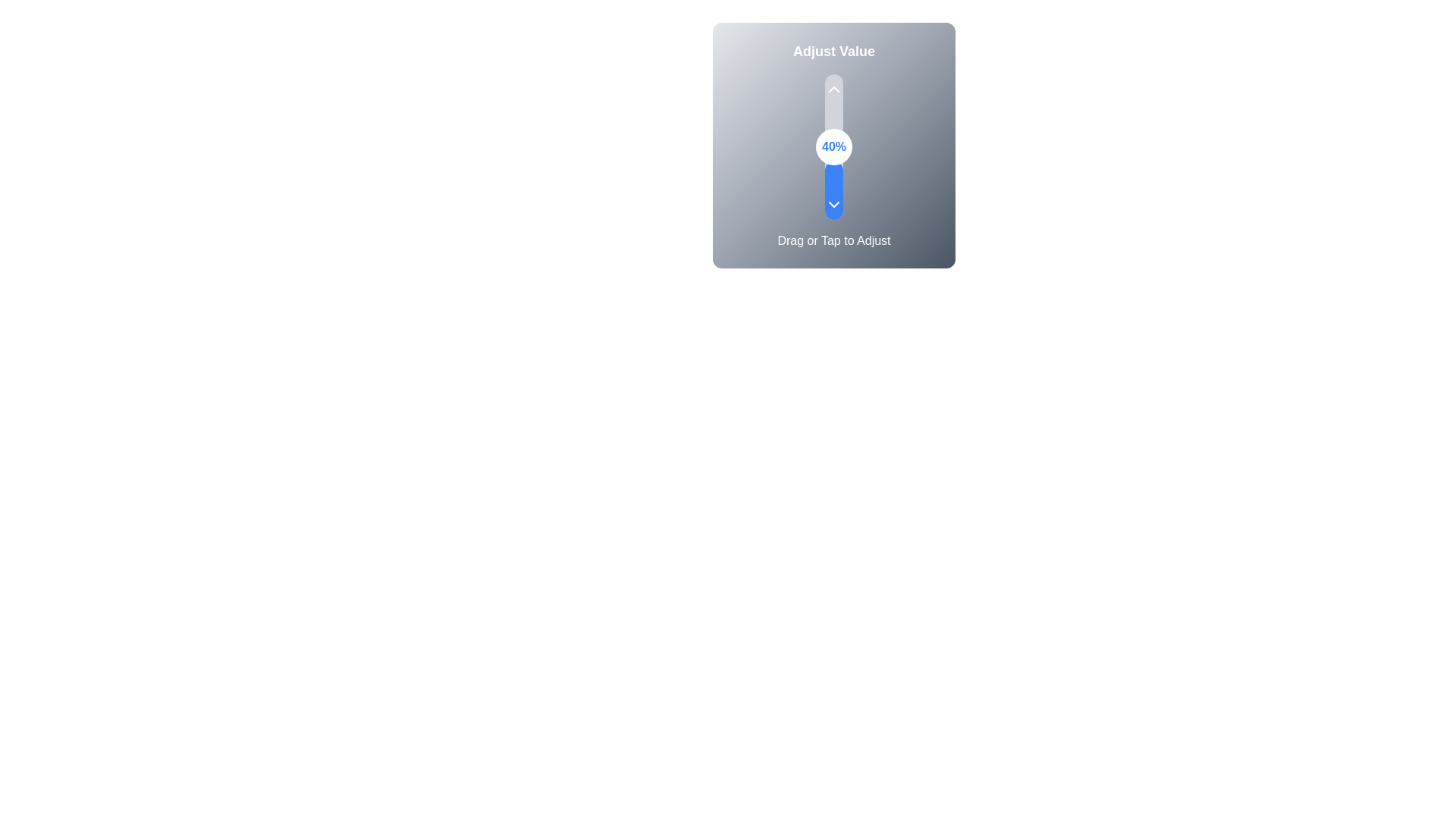  What do you see at coordinates (833, 146) in the screenshot?
I see `the Interactive Slider element, which is vertically oriented with a gradient background and features a handle labeled '40%', positioned below the label 'Adjust Value'` at bounding box center [833, 146].